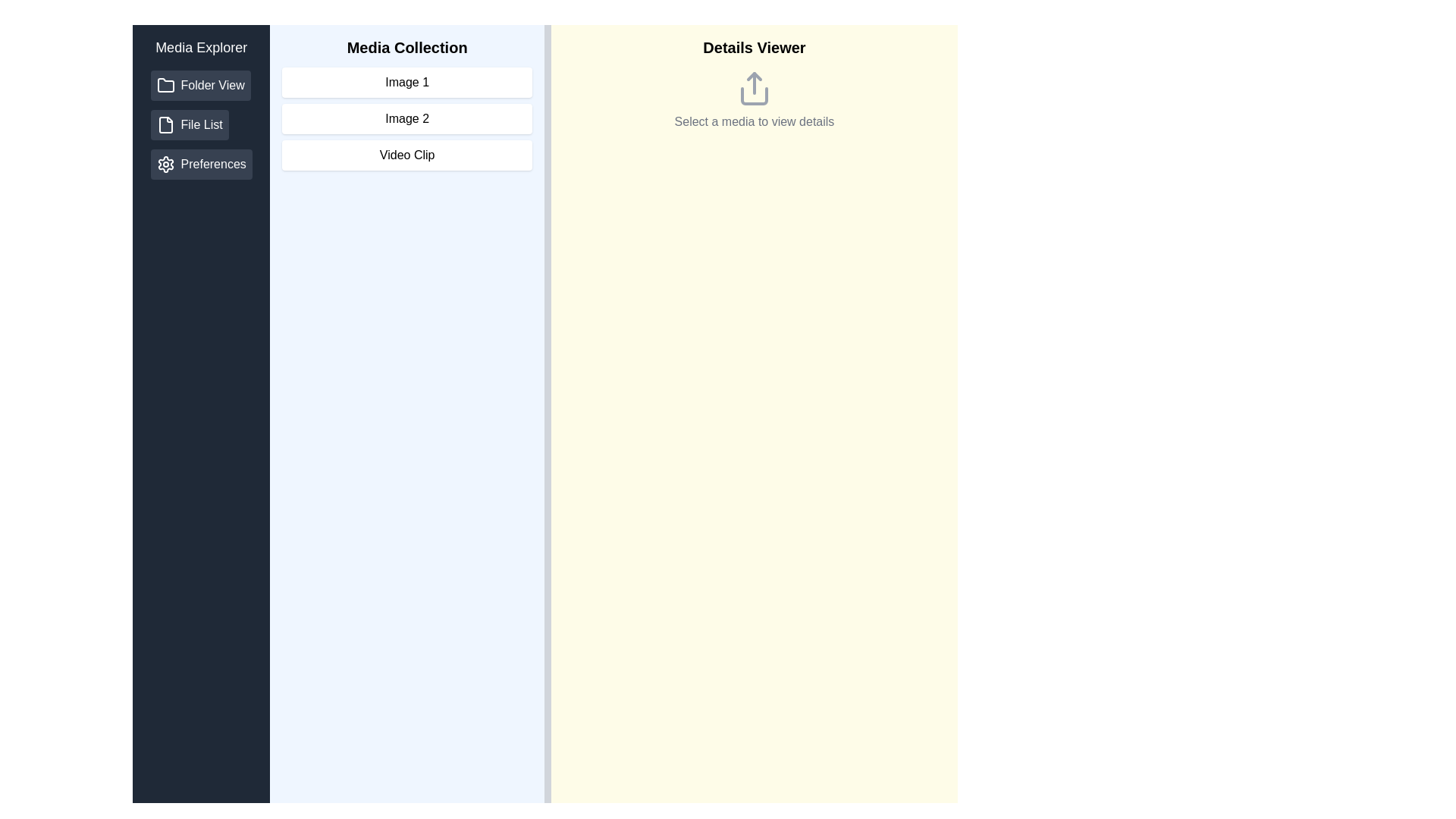 This screenshot has width=1456, height=819. I want to click on the 'Preferences' button, which is the third button in the vertical stack in the left sidebar of the application, to observe the hover effect, so click(200, 164).